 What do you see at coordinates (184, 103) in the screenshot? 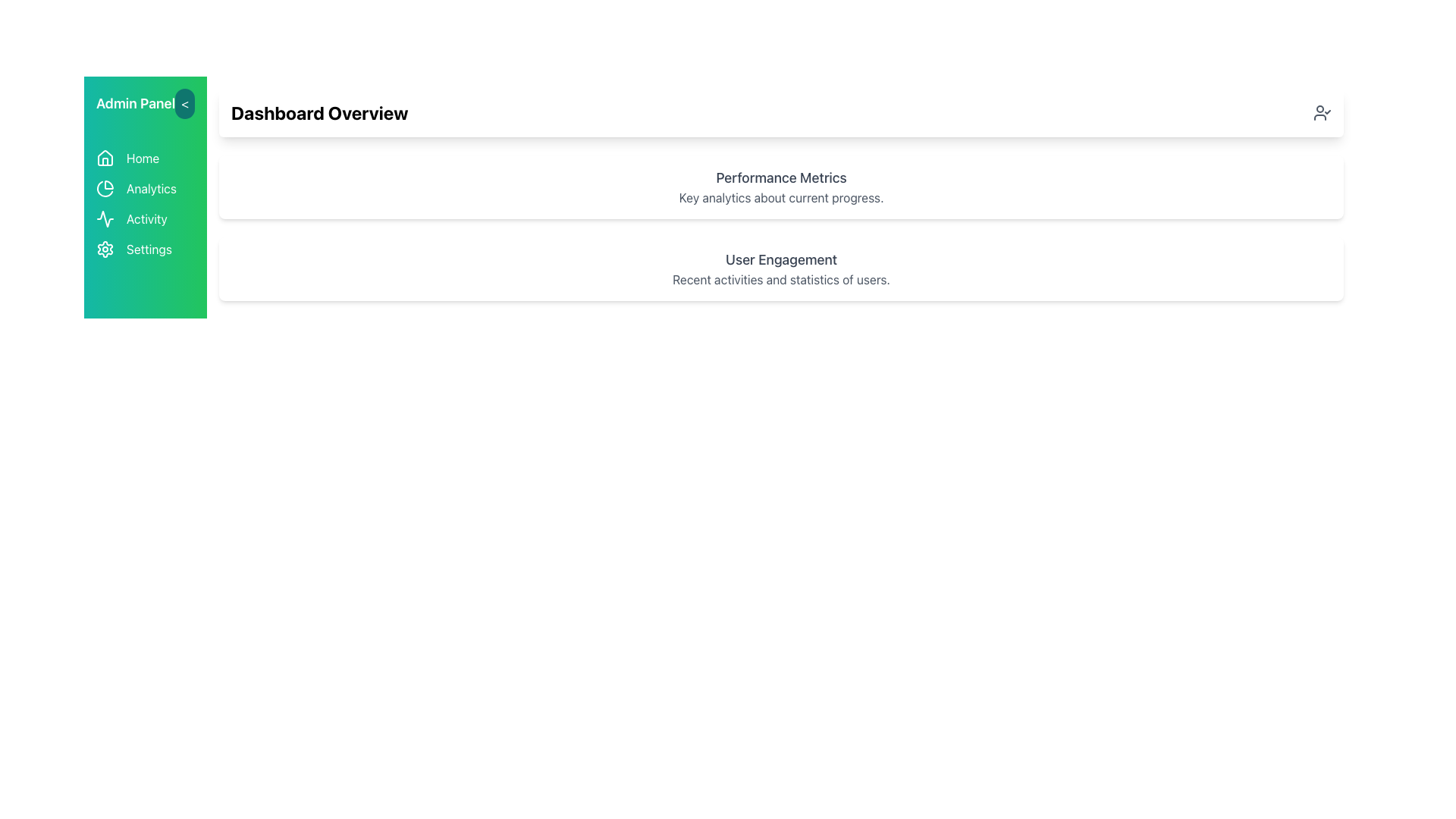
I see `the circular button with a '<' symbol at its center, located adjacent to the 'Admin Panel' label` at bounding box center [184, 103].